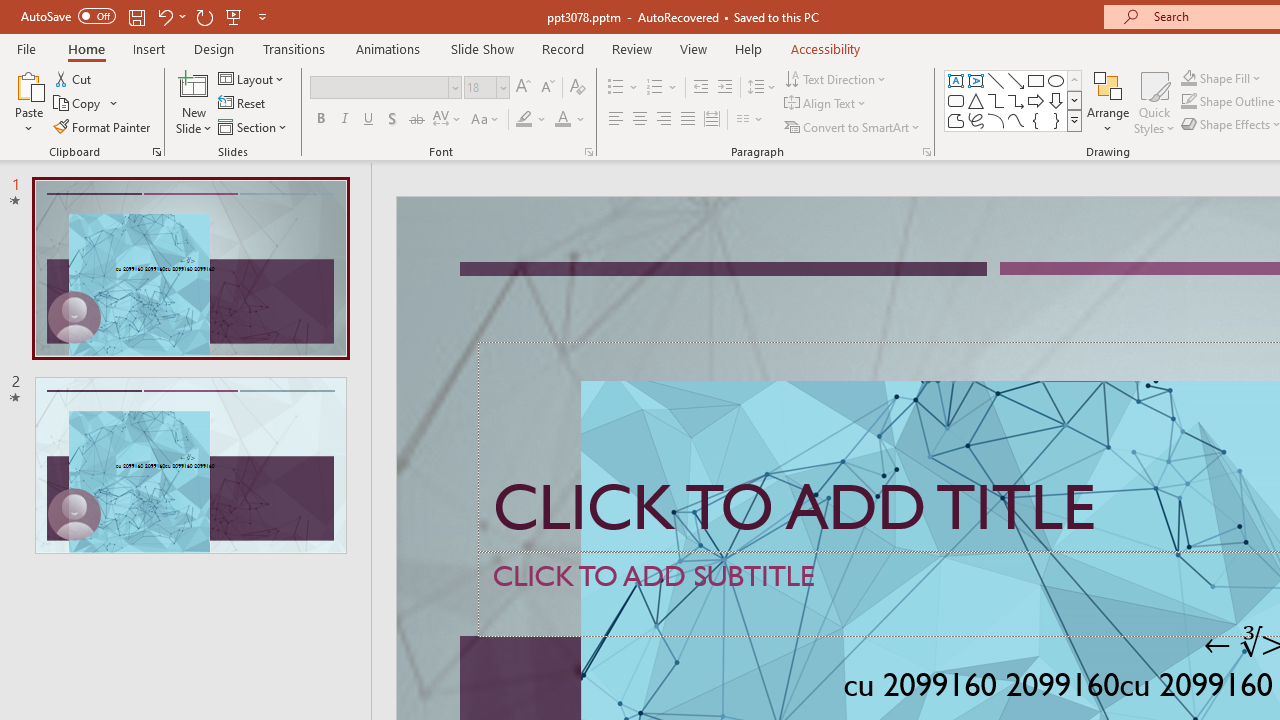 The width and height of the screenshot is (1280, 720). What do you see at coordinates (615, 119) in the screenshot?
I see `'Align Left'` at bounding box center [615, 119].